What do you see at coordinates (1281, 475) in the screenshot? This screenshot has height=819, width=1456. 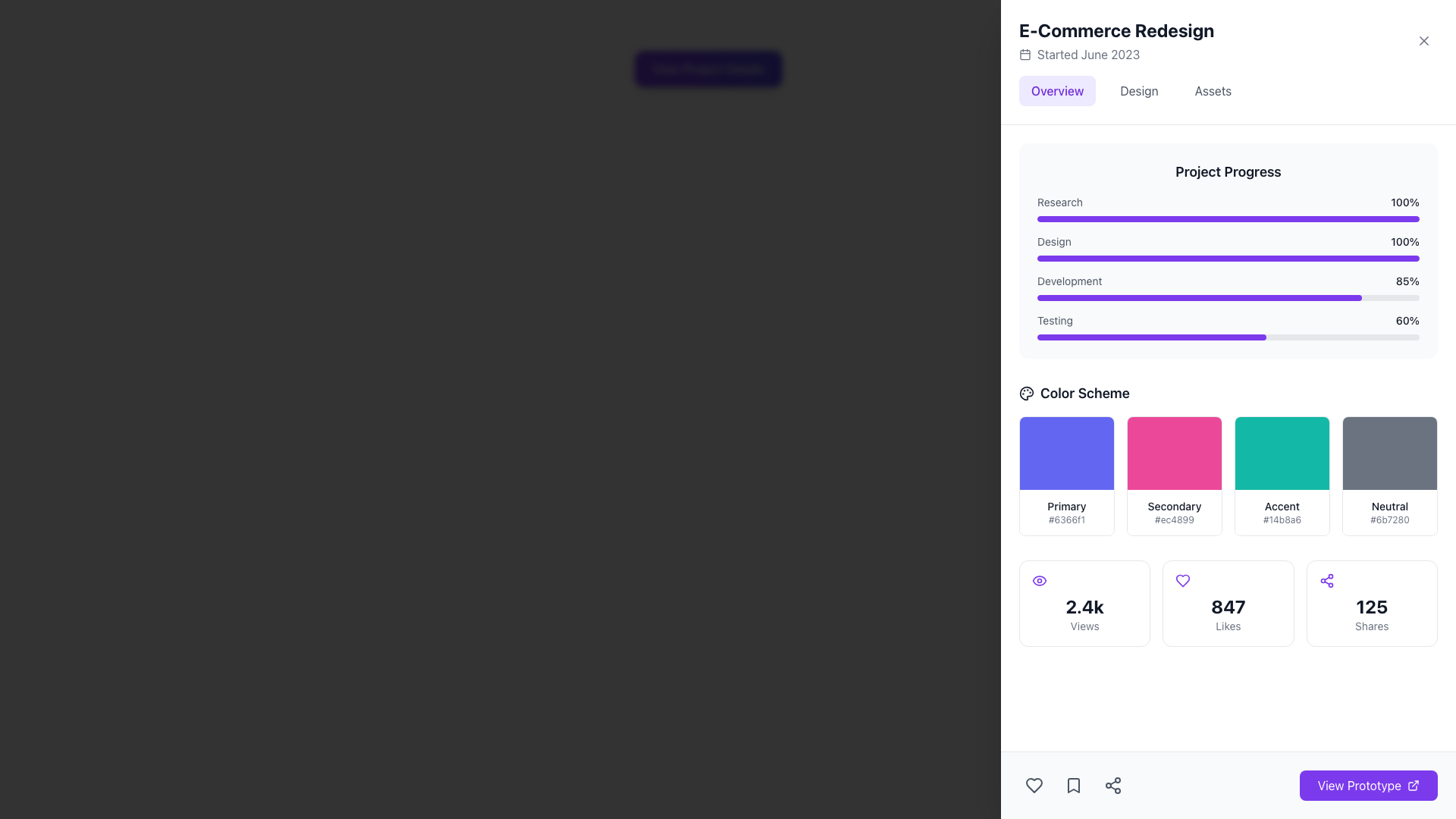 I see `the third color selection card in the 'Color Scheme' section, which visually represents a specific color and its associated code` at bounding box center [1281, 475].